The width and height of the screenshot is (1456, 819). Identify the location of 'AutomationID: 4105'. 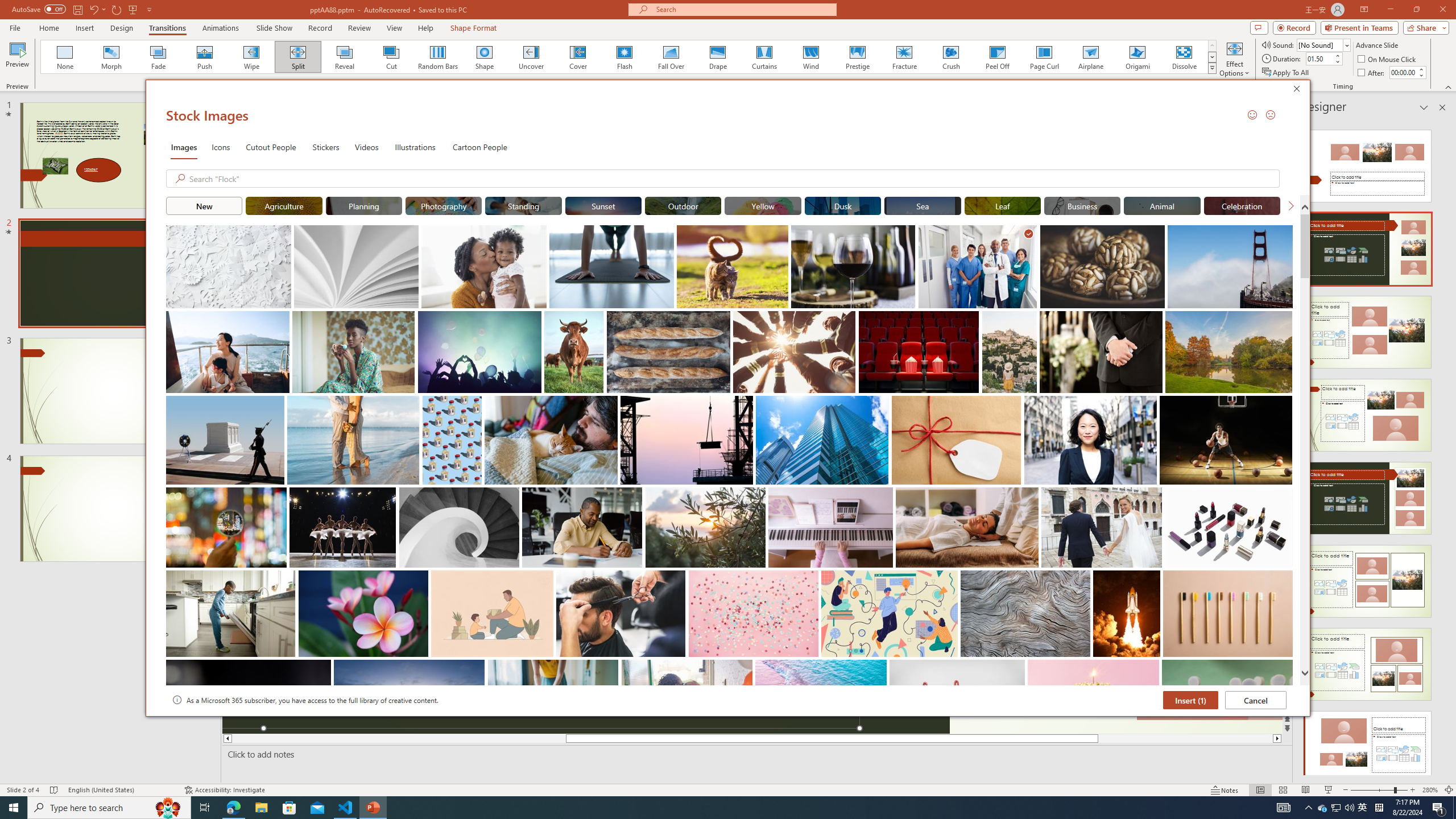
(1283, 806).